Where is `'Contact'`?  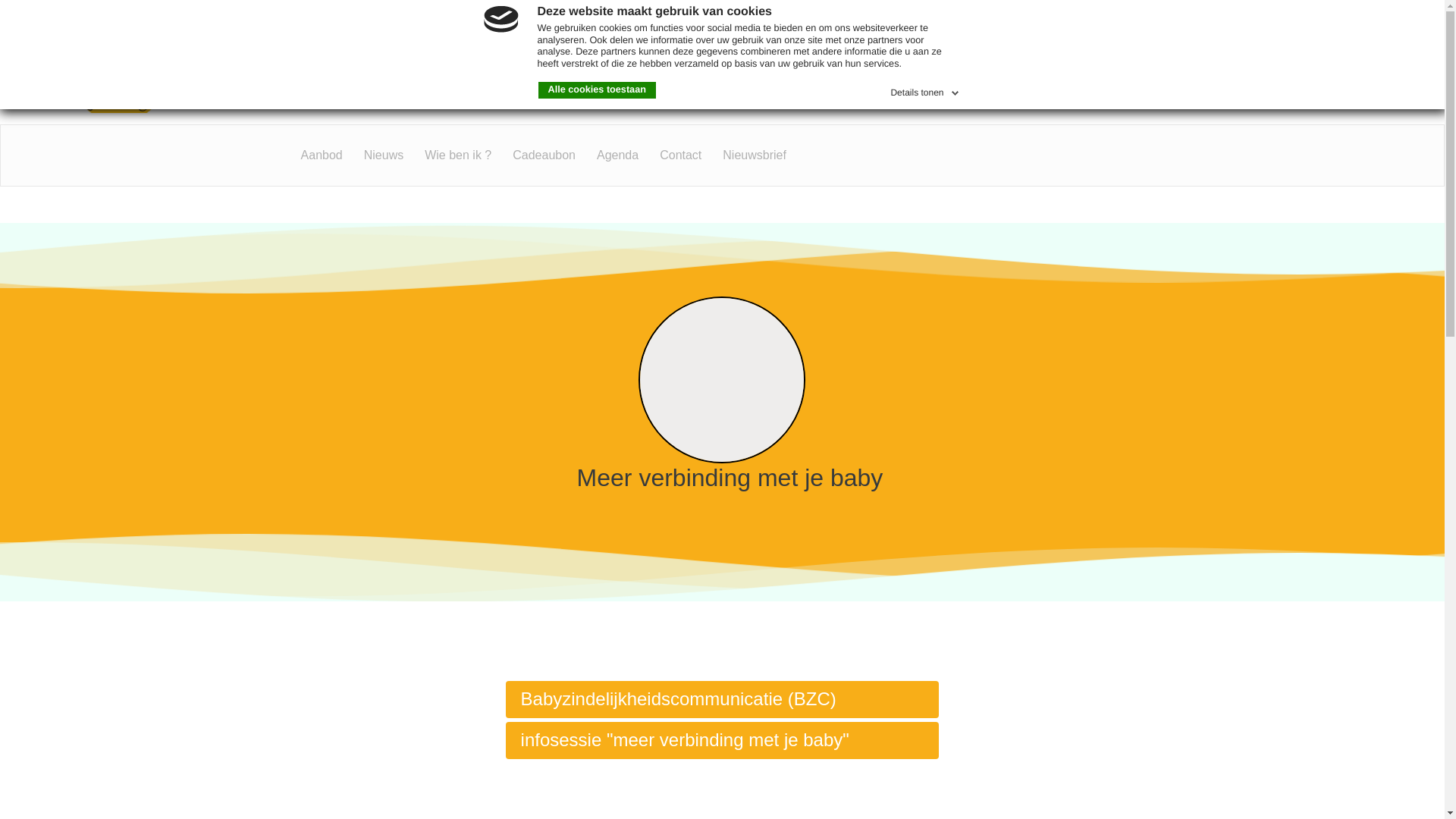
'Contact' is located at coordinates (679, 155).